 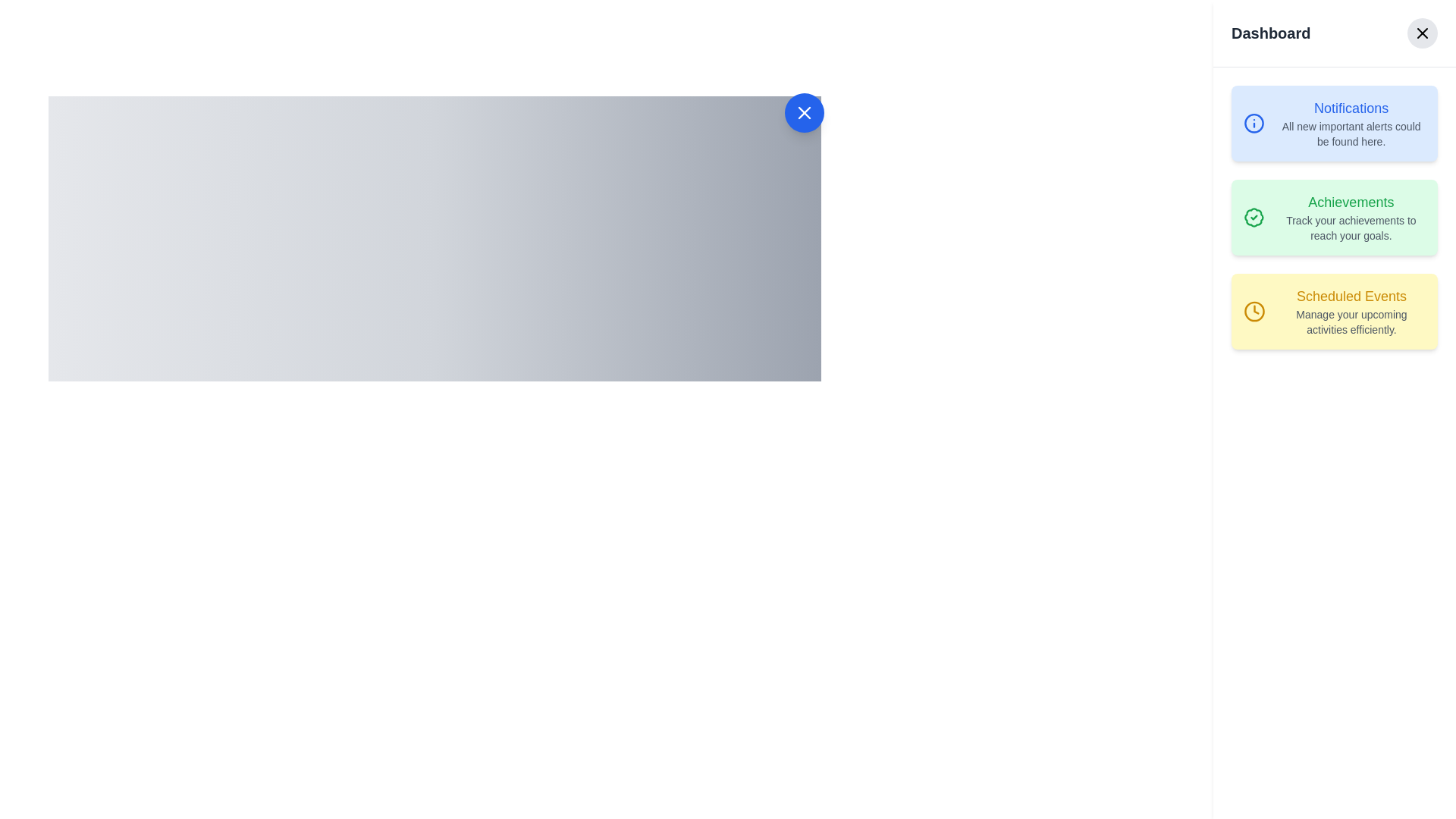 I want to click on the text label reading 'Achievements' which is styled in a green font and located in the second section of the right-side list of cards, so click(x=1351, y=201).